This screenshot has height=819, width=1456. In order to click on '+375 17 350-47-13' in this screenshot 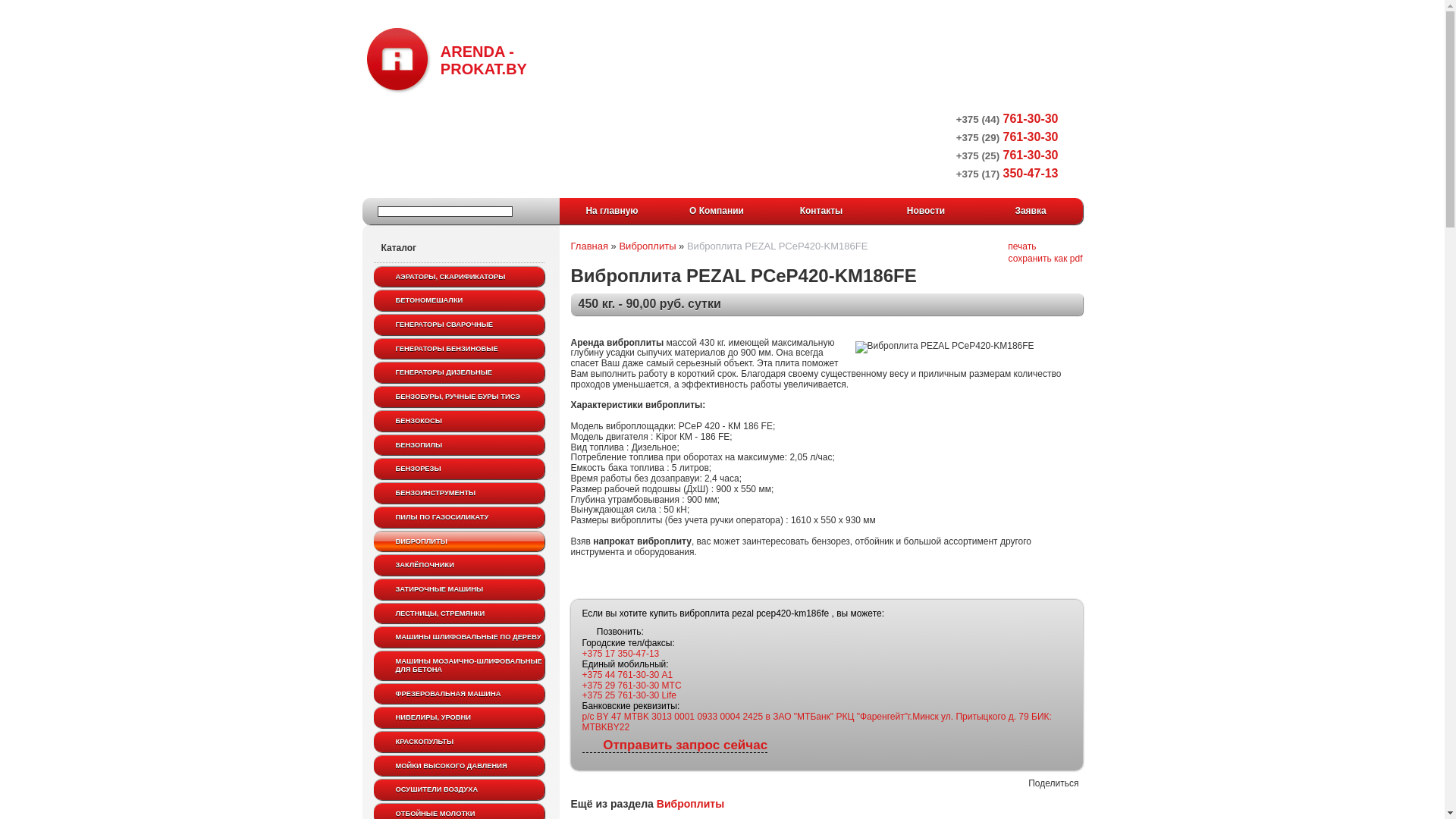, I will do `click(621, 652)`.